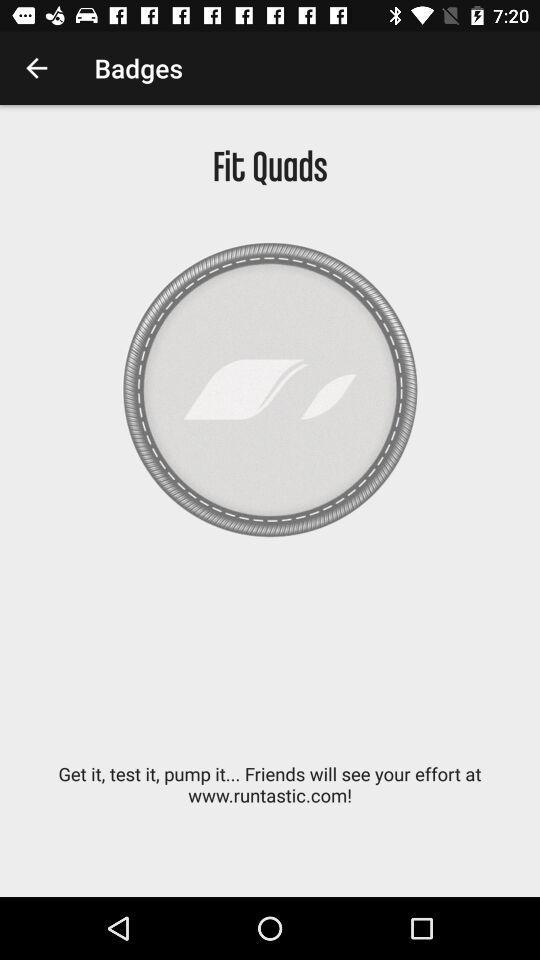  I want to click on the icon above the fit quads, so click(36, 68).